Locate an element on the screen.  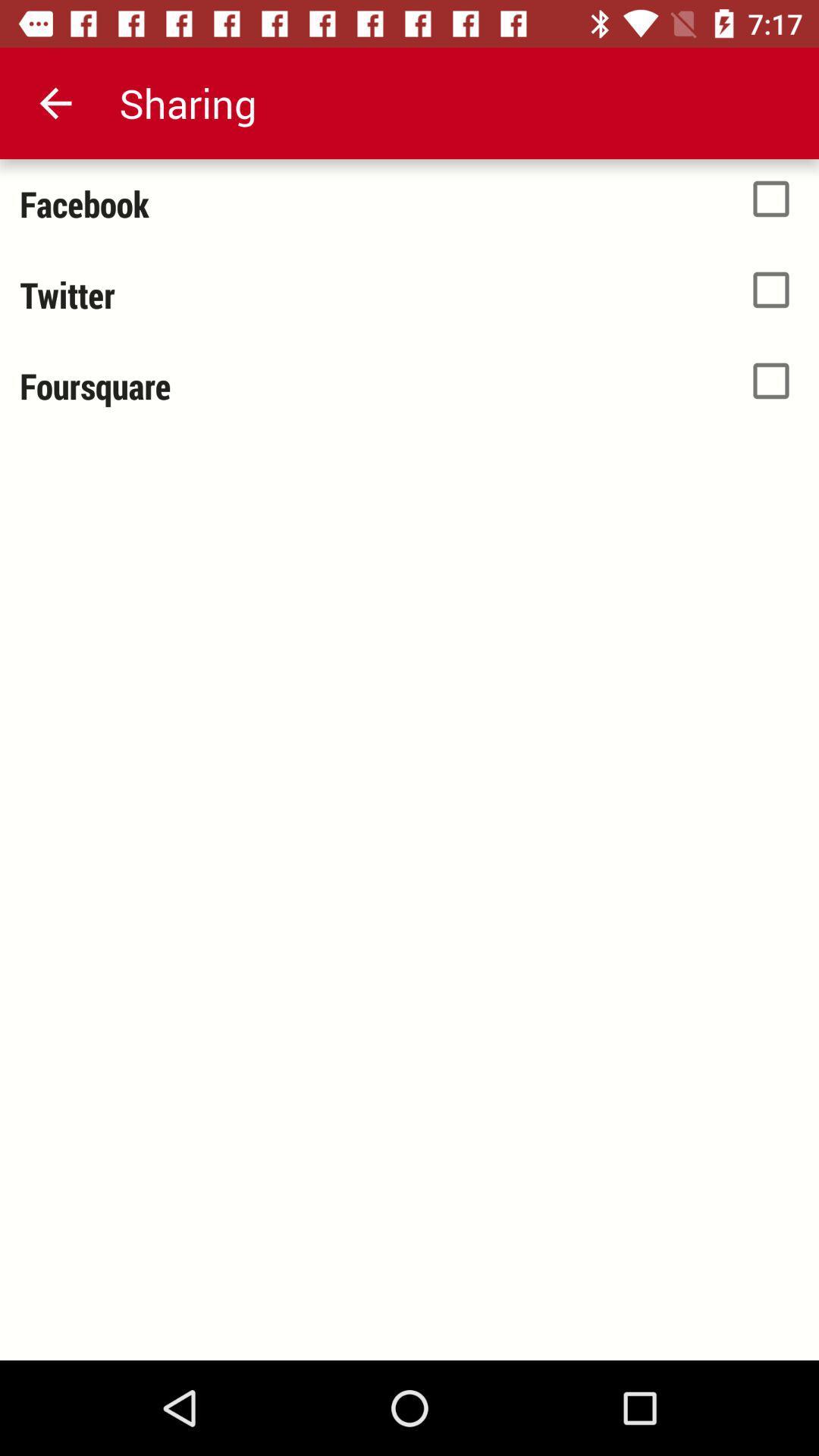
app next to the sharing icon is located at coordinates (55, 102).